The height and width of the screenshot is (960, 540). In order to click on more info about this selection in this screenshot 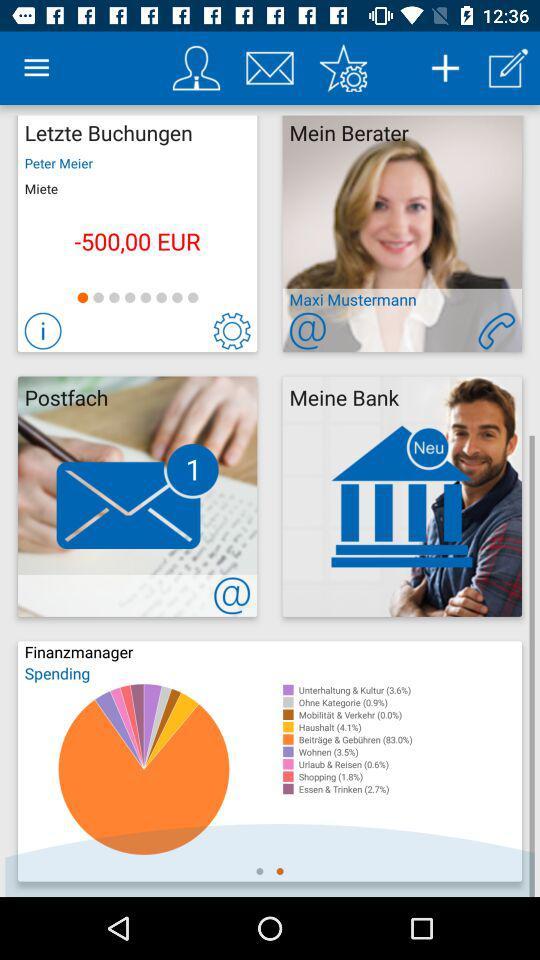, I will do `click(43, 331)`.